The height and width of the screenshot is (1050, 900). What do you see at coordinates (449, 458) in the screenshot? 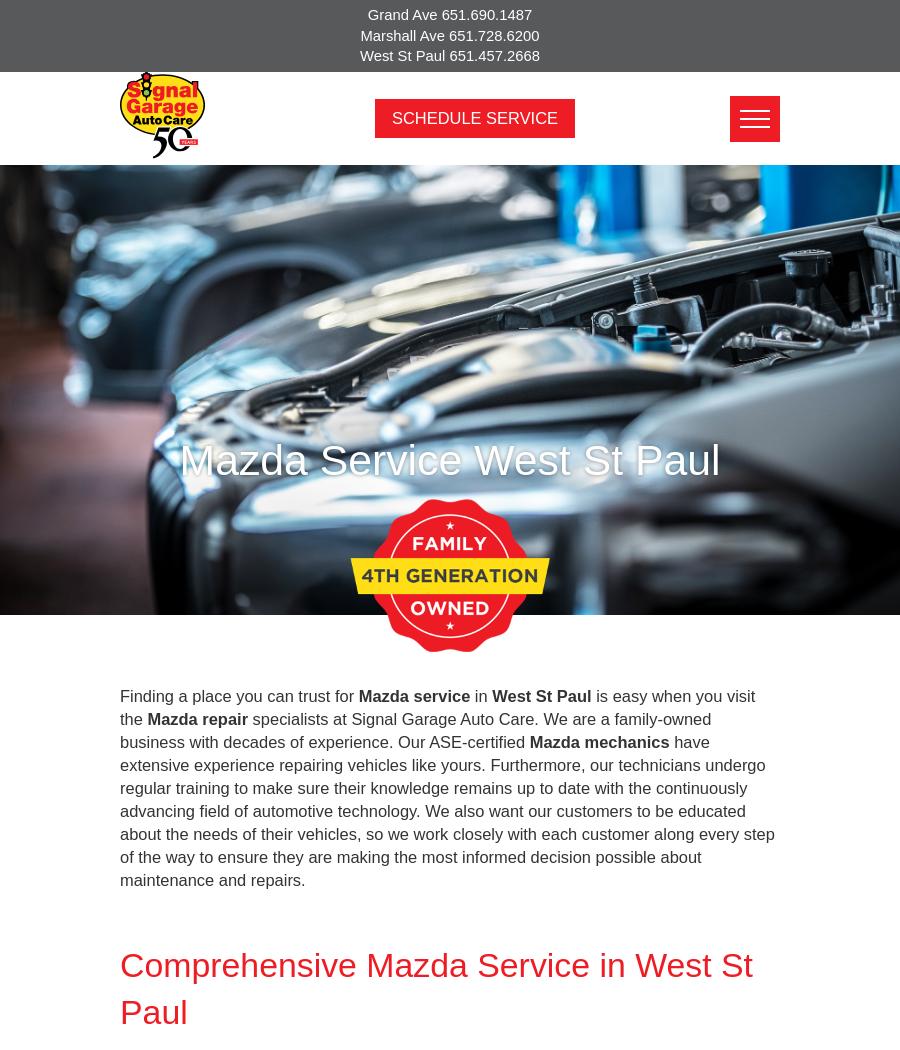
I see `'Mazda Service West St Paul'` at bounding box center [449, 458].